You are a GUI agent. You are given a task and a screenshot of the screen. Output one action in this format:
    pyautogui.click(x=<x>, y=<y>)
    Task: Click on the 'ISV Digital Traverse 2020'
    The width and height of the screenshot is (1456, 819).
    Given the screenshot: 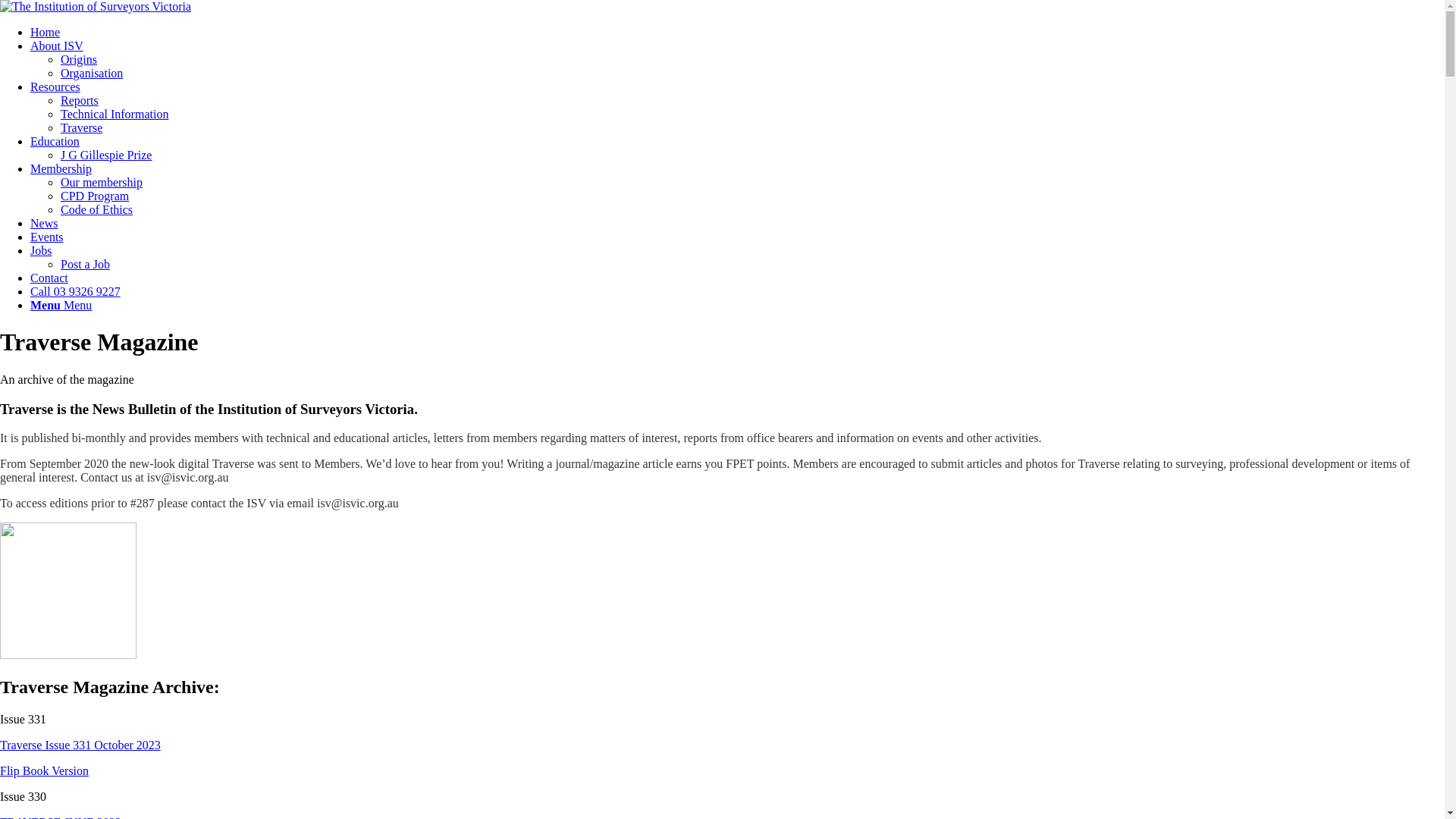 What is the action you would take?
    pyautogui.click(x=67, y=590)
    